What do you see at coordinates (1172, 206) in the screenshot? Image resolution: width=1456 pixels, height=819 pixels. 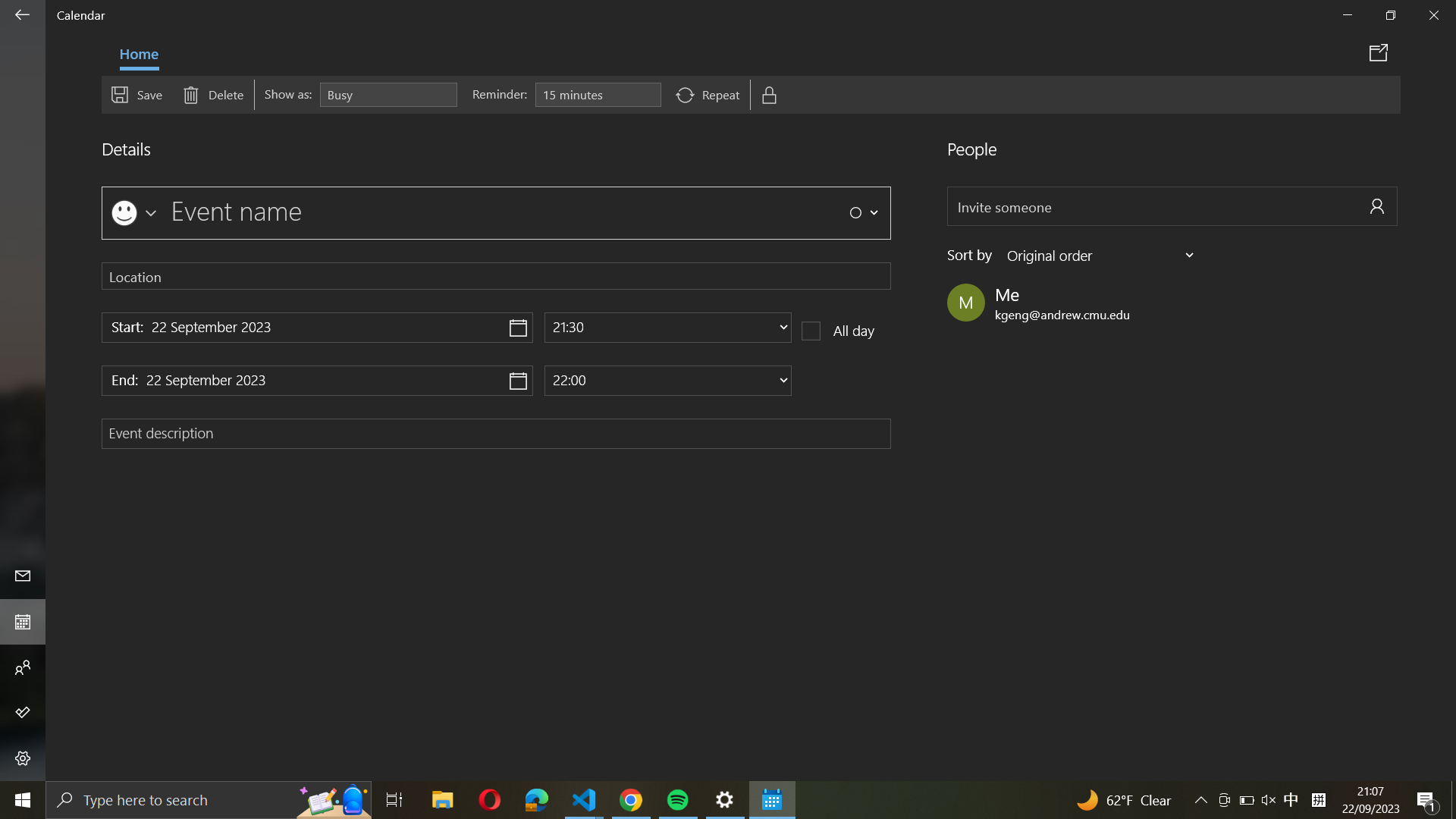 I see `Request the presence of "abc@example.com" at the upcoming event` at bounding box center [1172, 206].